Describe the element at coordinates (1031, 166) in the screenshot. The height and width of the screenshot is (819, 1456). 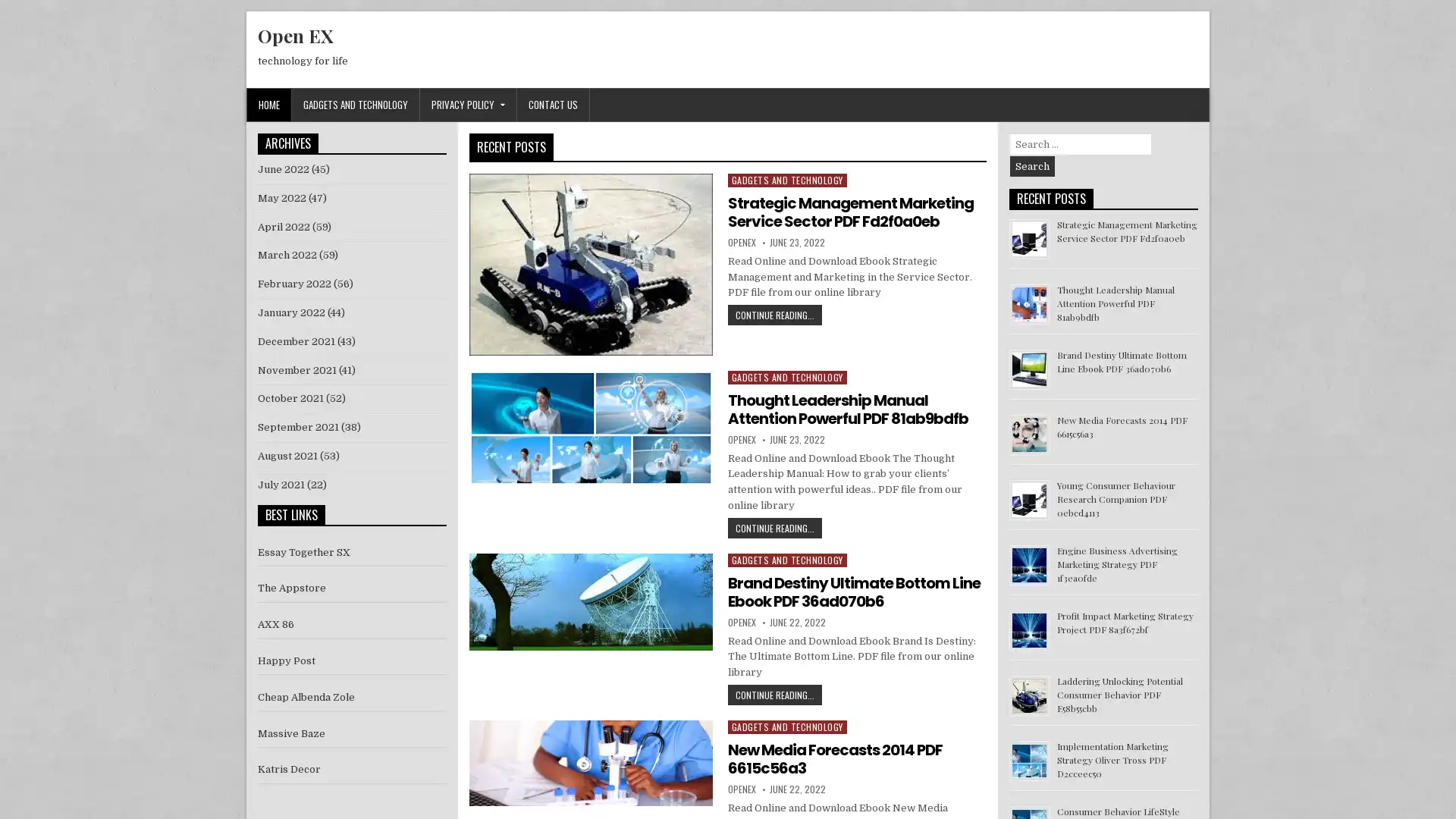
I see `Search` at that location.